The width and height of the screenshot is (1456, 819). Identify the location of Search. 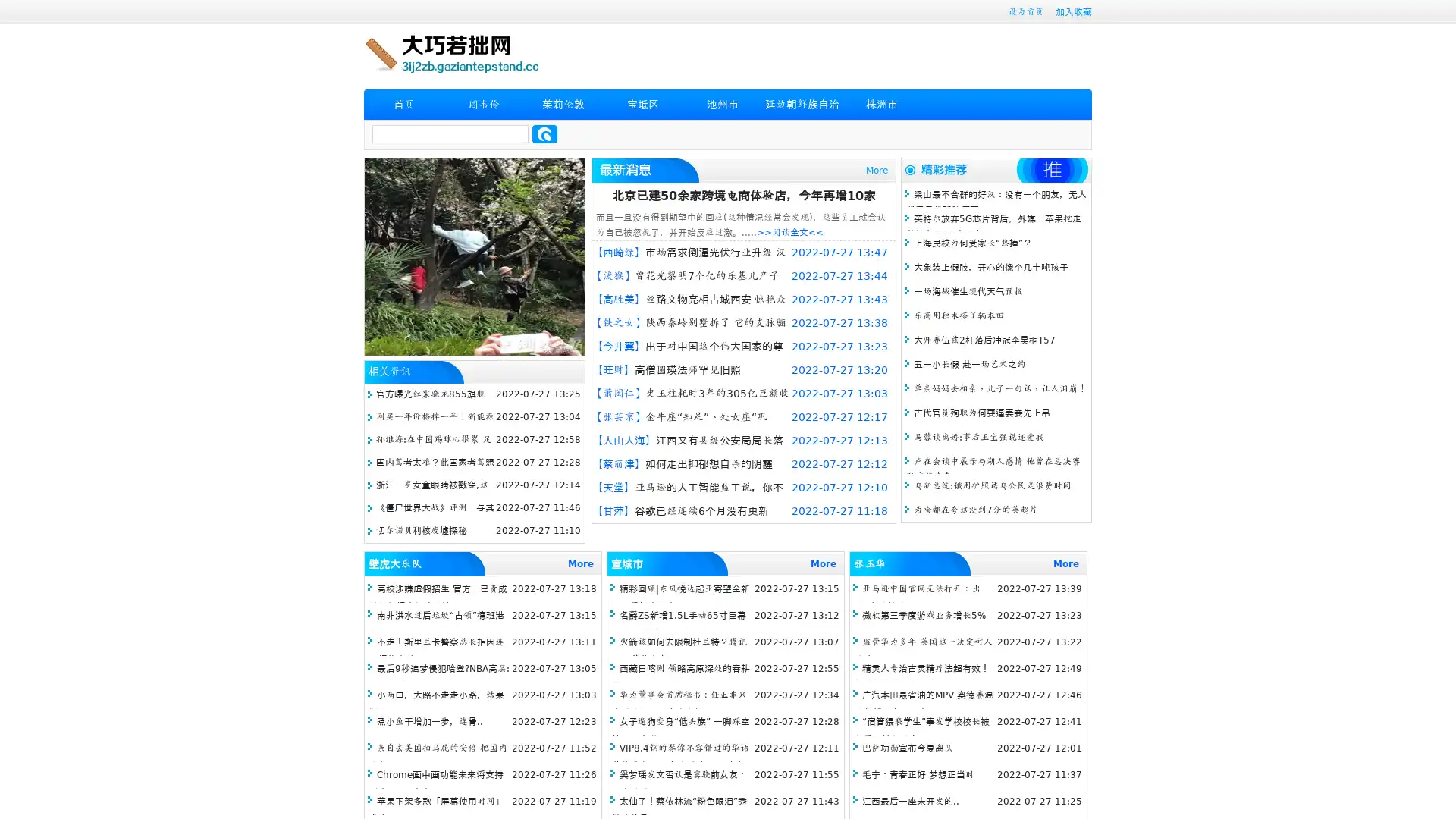
(544, 133).